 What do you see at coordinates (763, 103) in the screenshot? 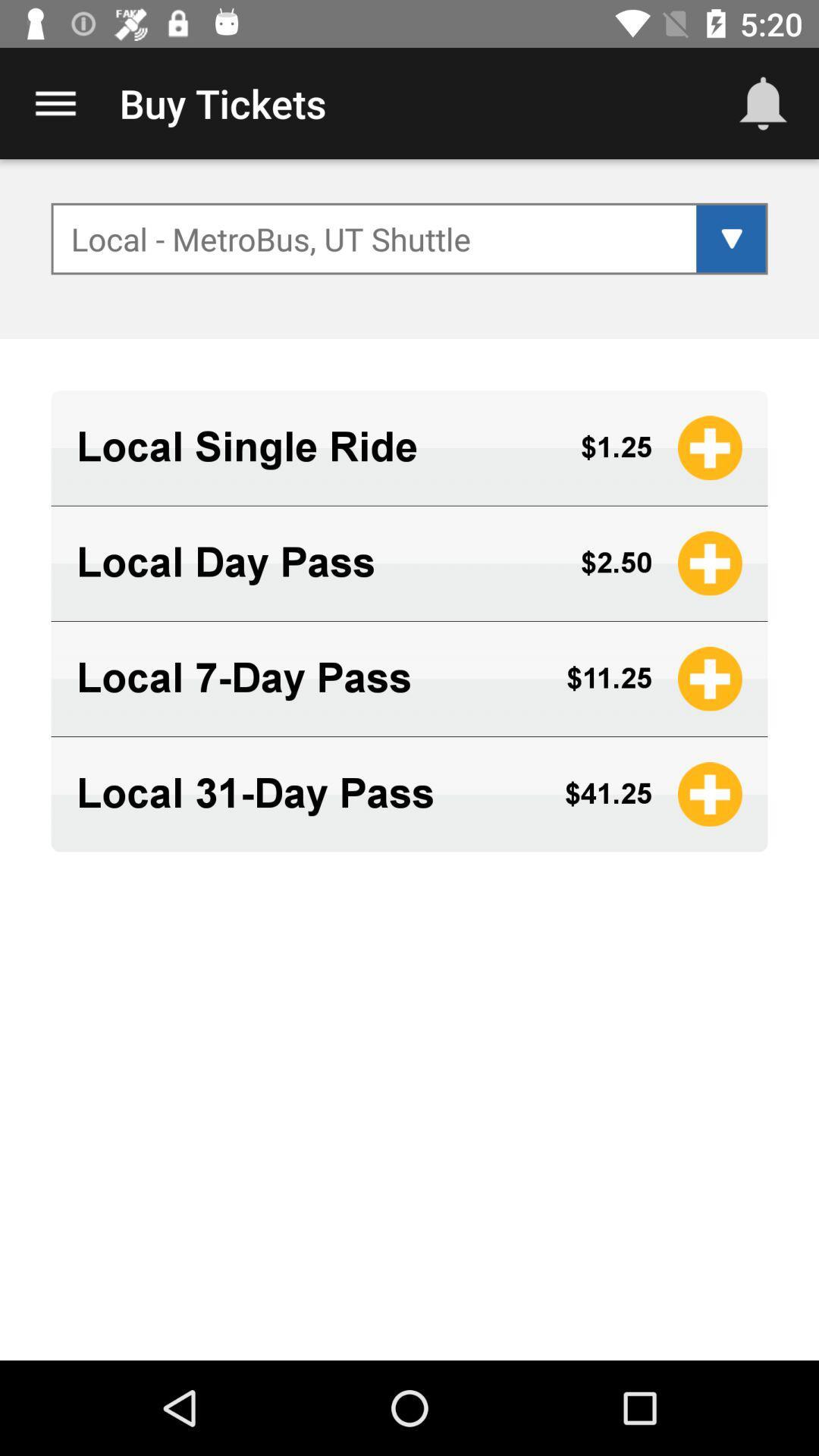
I see `the bell icon at top right corner` at bounding box center [763, 103].